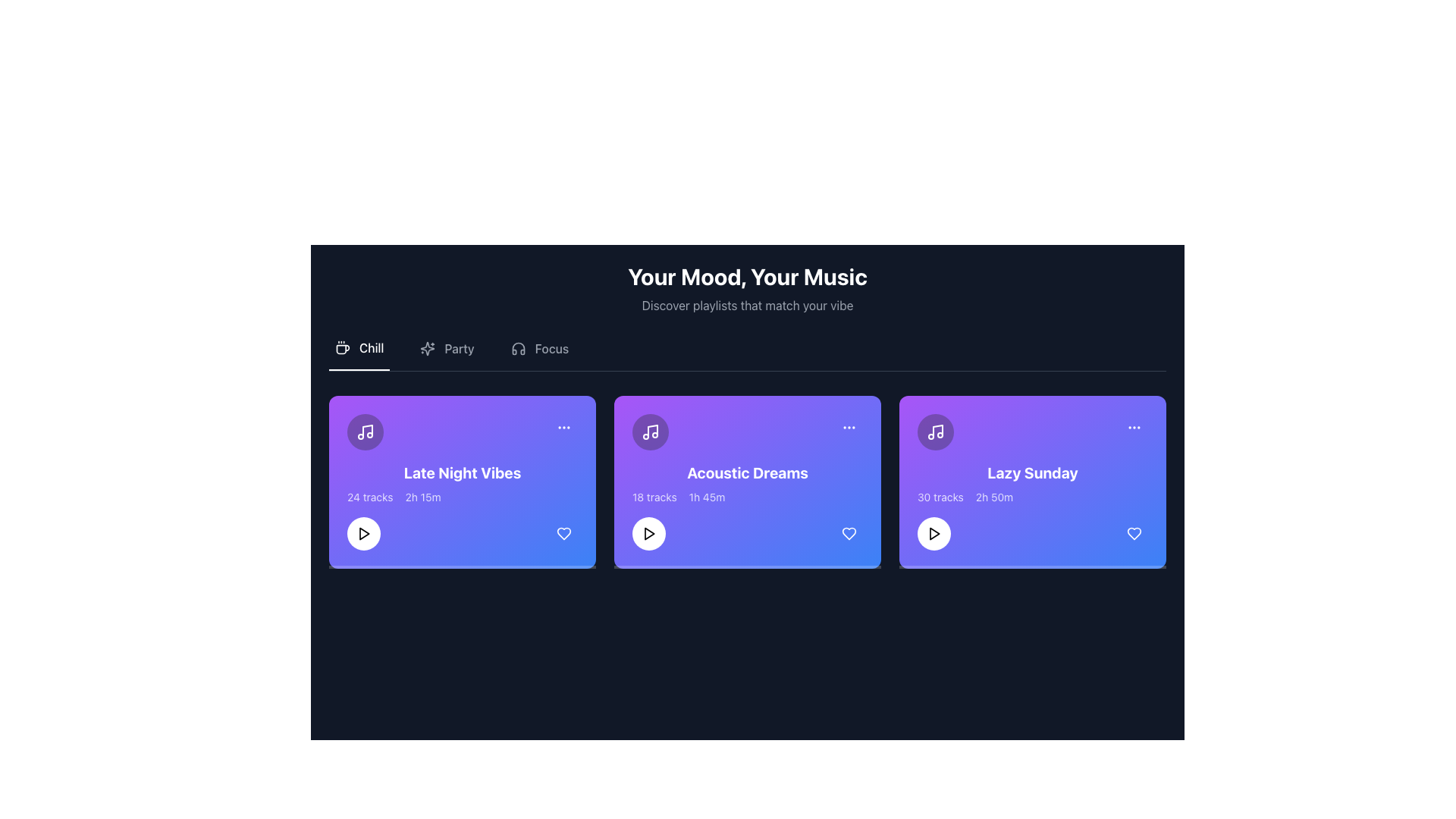 The image size is (1456, 819). I want to click on the triangular play button icon for the 'Acoustic Dreams' playlist, which is centrally positioned within the second card of a three-card row, so click(649, 533).